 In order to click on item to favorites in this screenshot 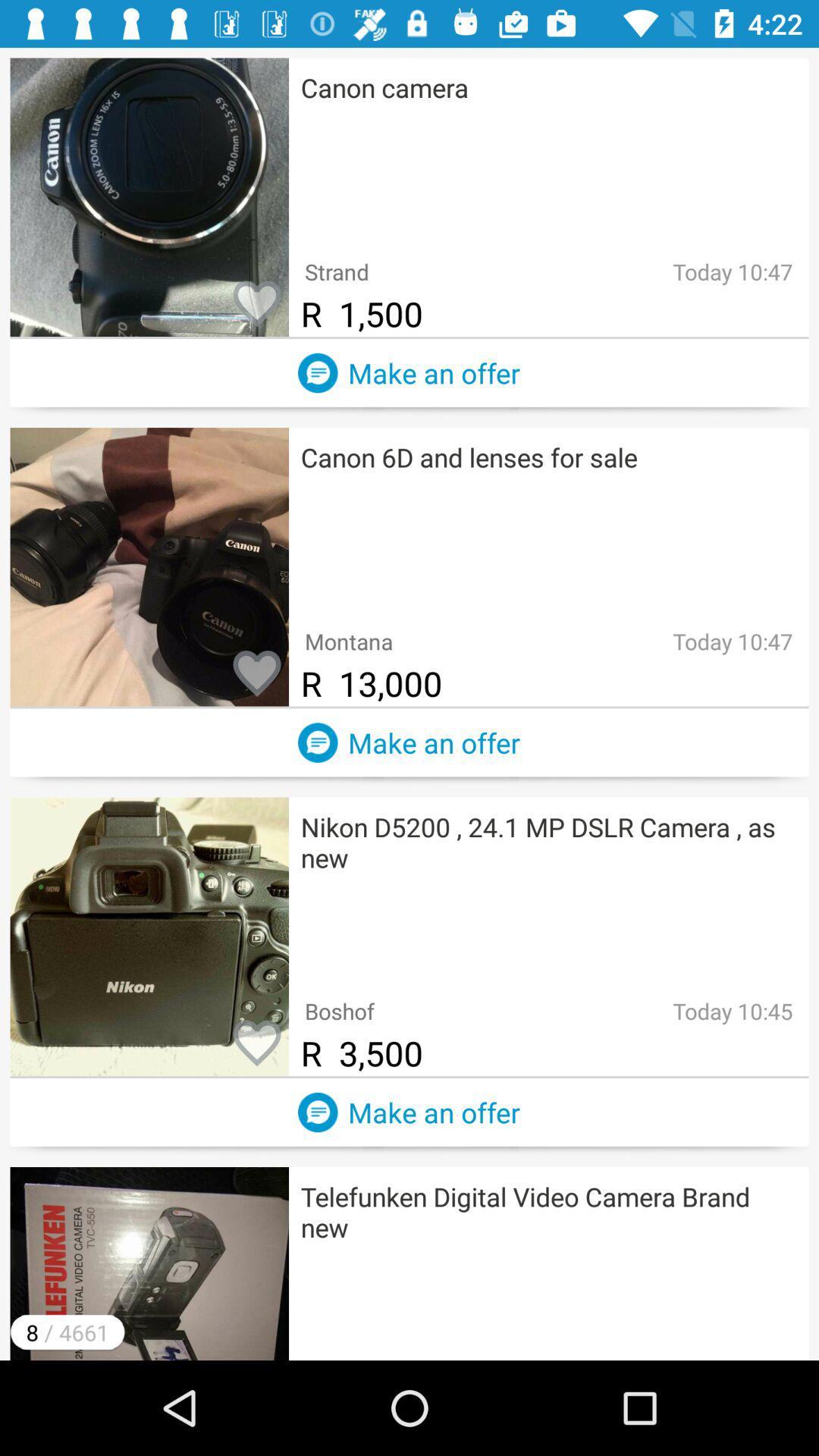, I will do `click(256, 1043)`.